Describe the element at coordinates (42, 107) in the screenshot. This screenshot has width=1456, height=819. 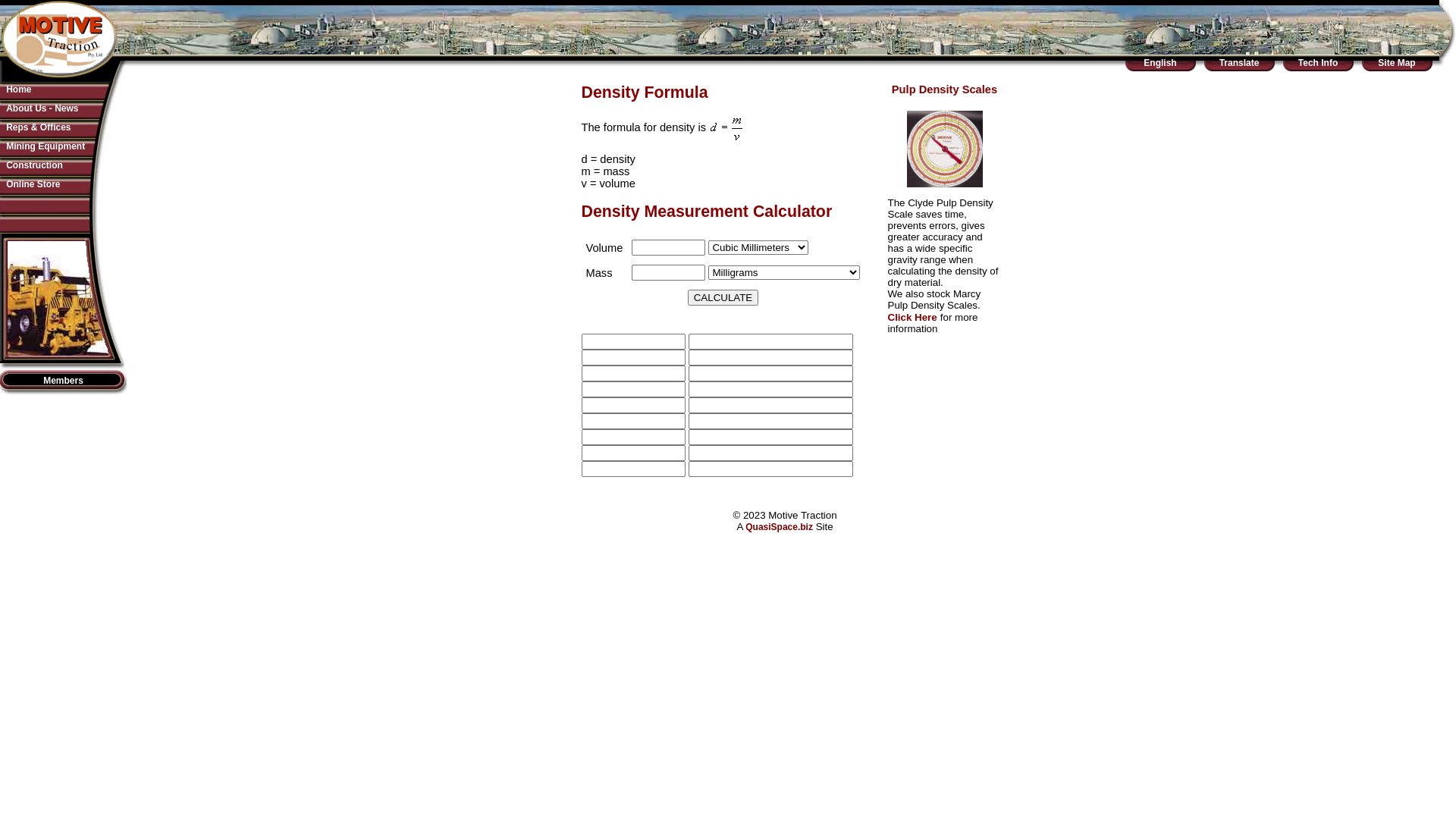
I see `'About Us - News'` at that location.